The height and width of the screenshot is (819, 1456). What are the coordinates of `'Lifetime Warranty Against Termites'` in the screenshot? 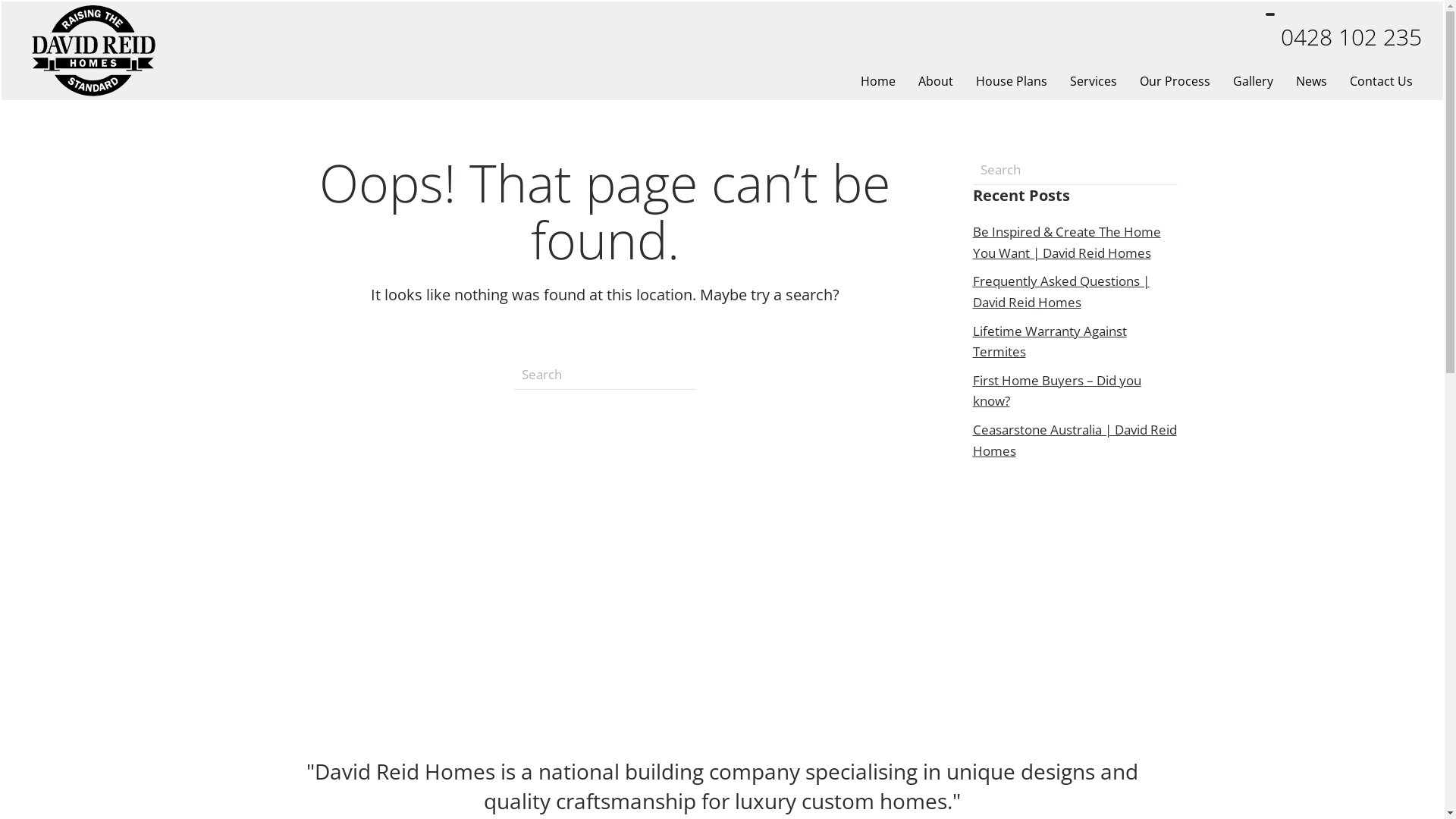 It's located at (1048, 340).